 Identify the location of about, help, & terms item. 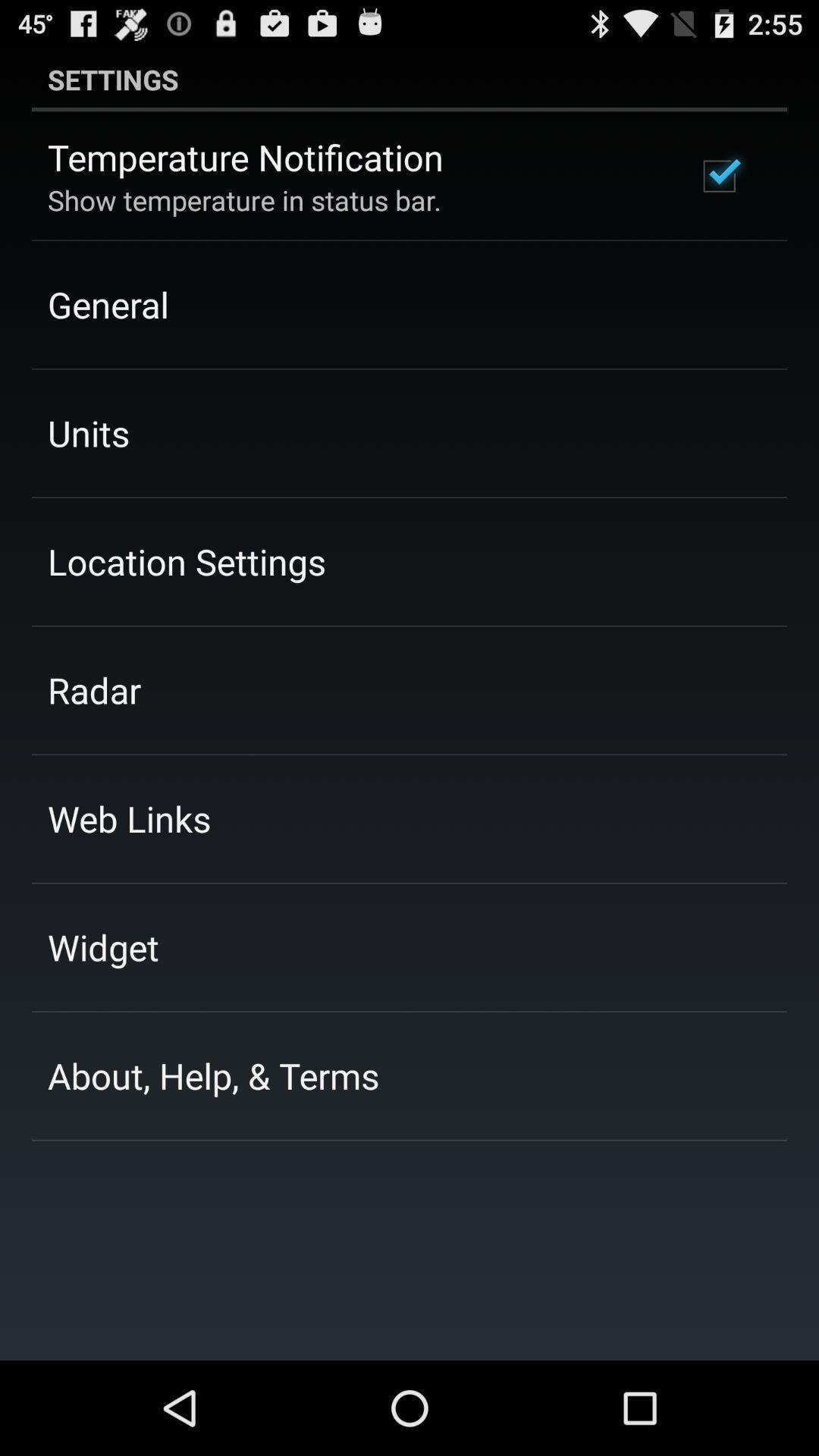
(213, 1075).